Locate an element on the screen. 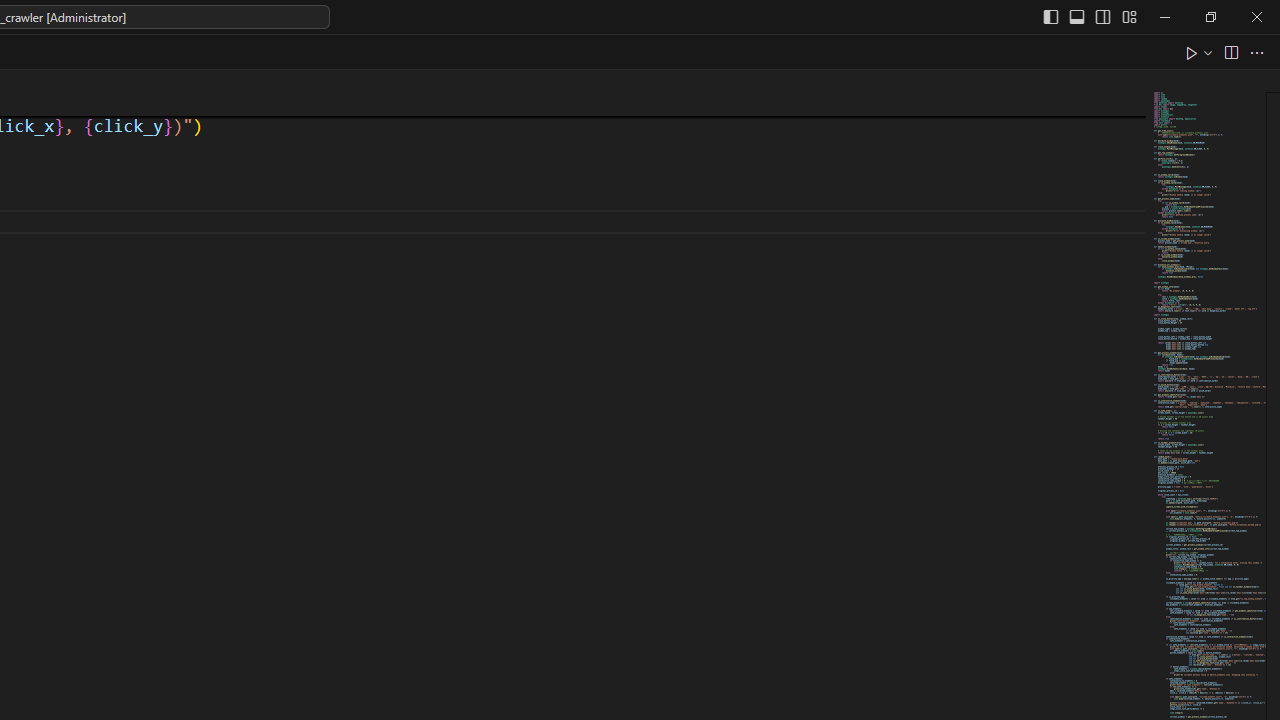 This screenshot has height=720, width=1280. 'Customize Layout...' is located at coordinates (1128, 16).